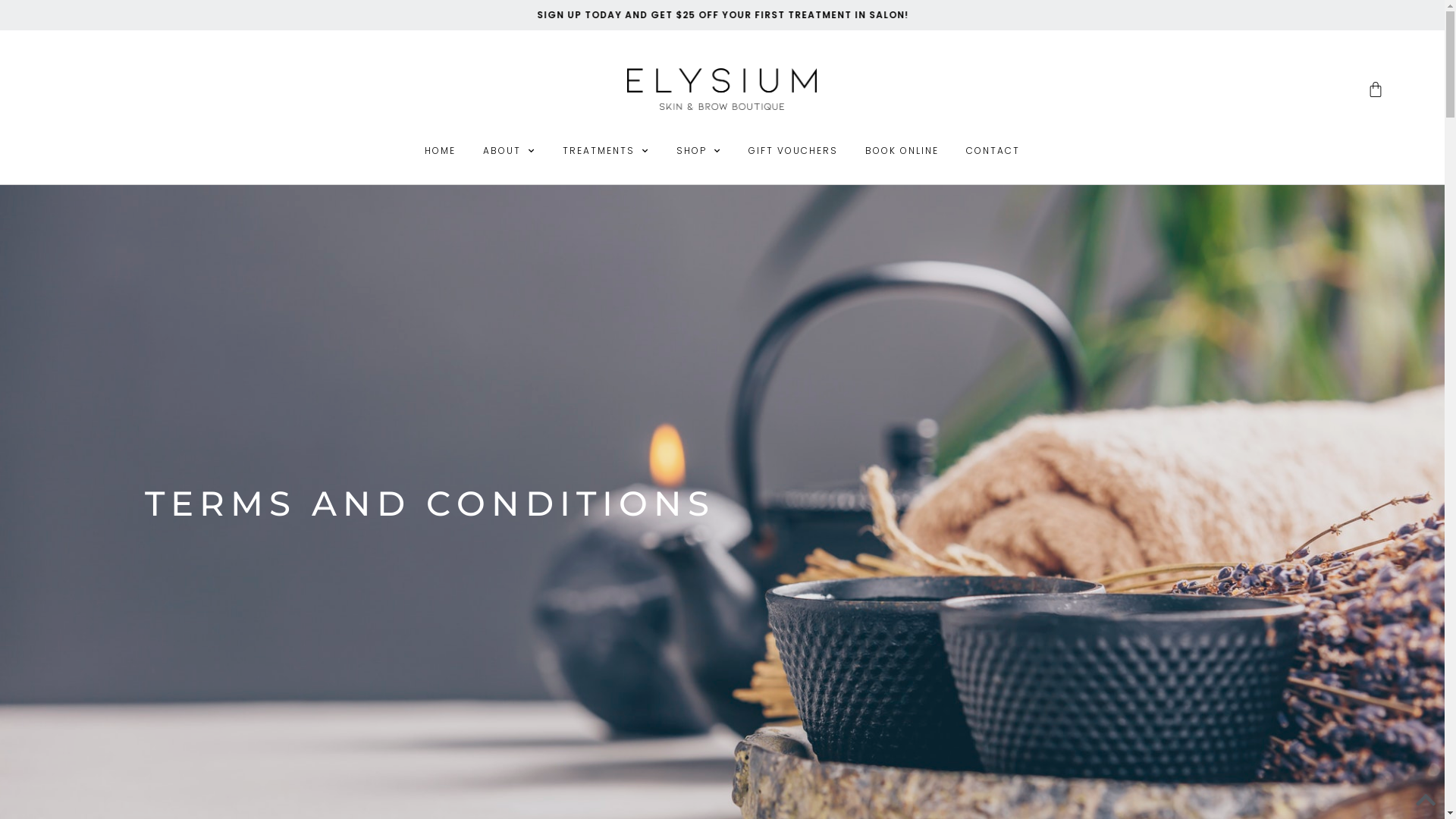  What do you see at coordinates (902, 151) in the screenshot?
I see `'BOOK ONLINE'` at bounding box center [902, 151].